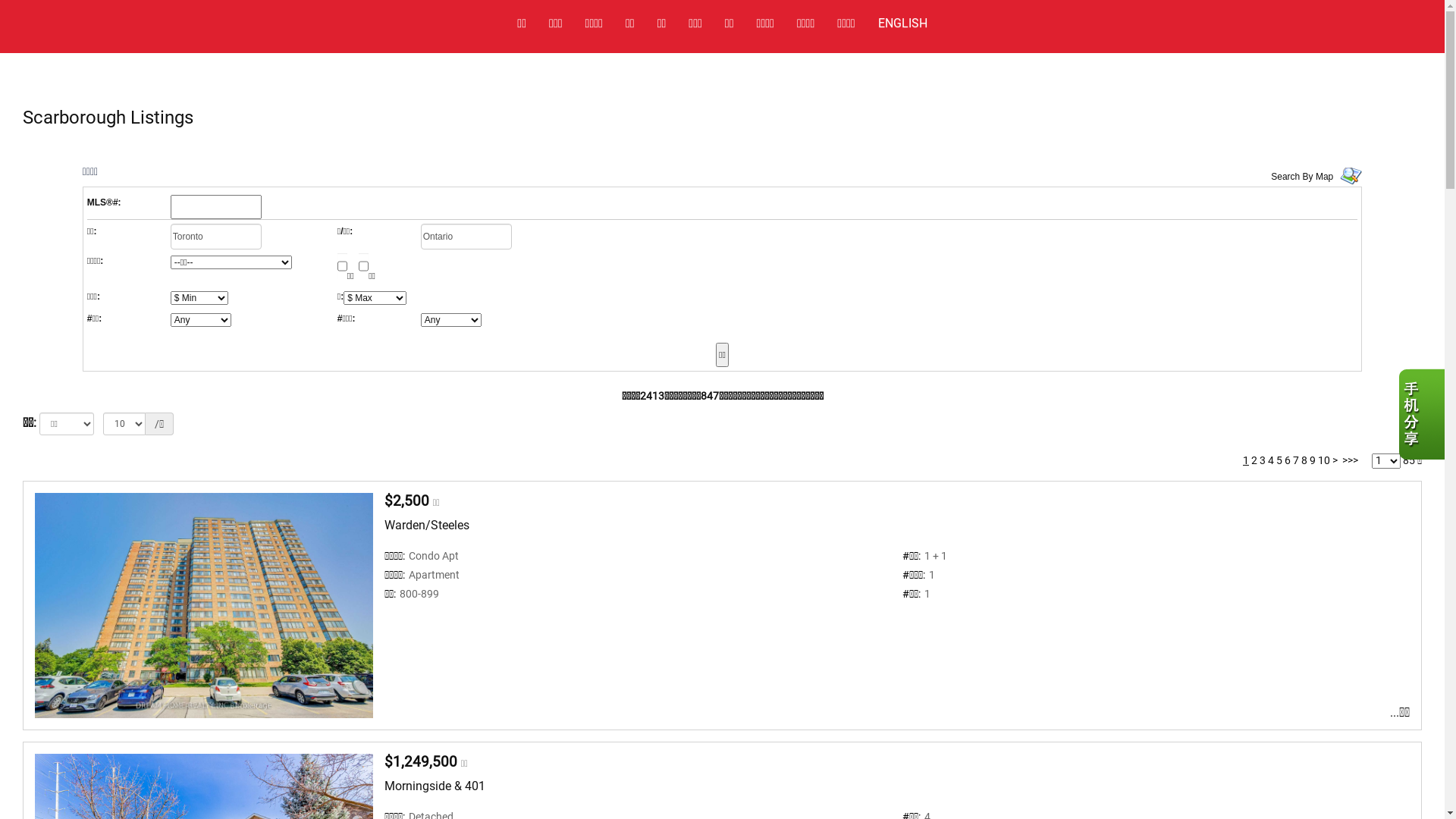 The width and height of the screenshot is (1456, 819). What do you see at coordinates (1287, 459) in the screenshot?
I see `'6'` at bounding box center [1287, 459].